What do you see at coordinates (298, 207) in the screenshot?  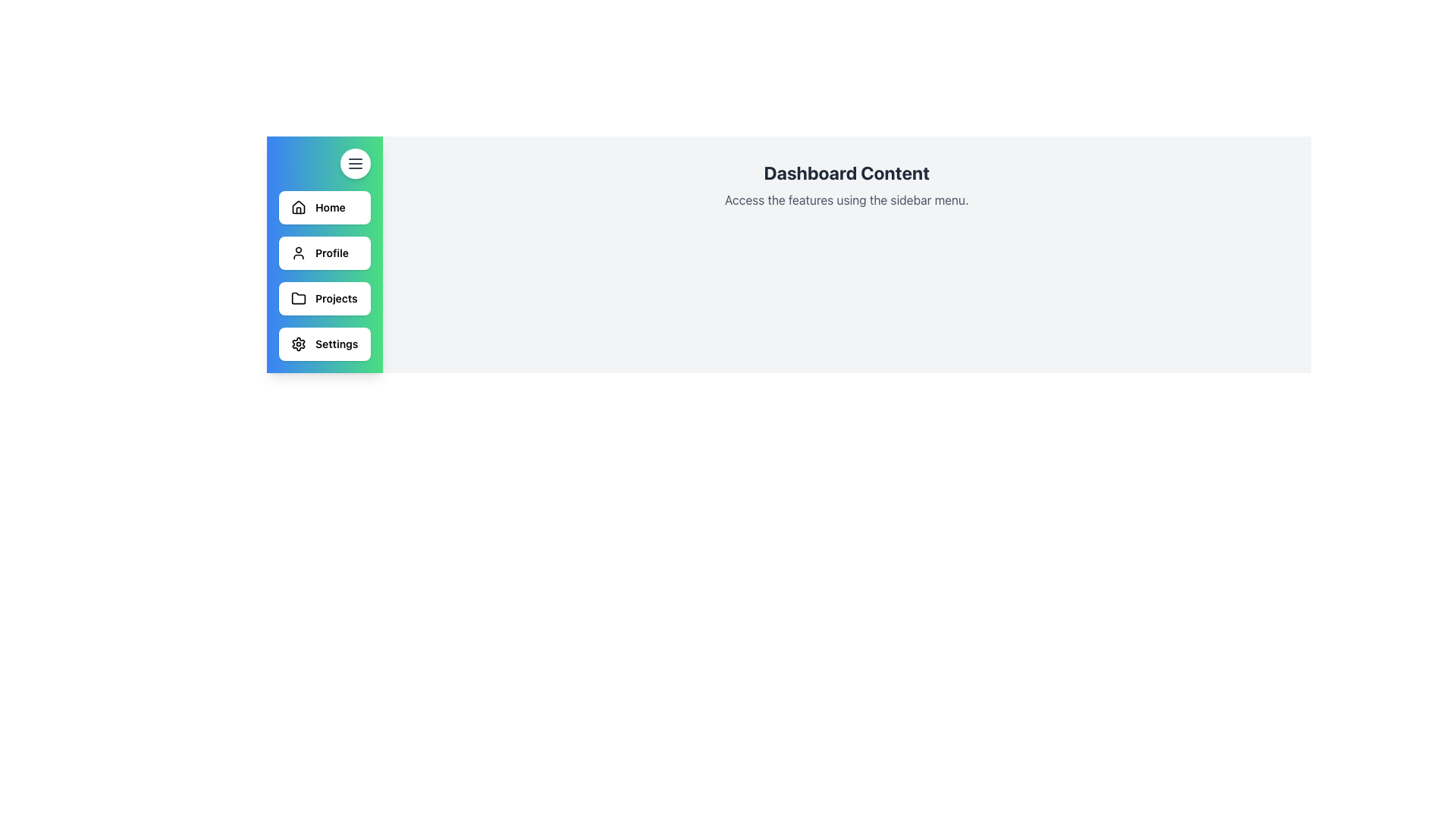 I see `the small house icon in the left-side menu bar that represents the 'Home' navigation option, which is the first item in the vertical list and is positioned next to the text label 'Home'` at bounding box center [298, 207].